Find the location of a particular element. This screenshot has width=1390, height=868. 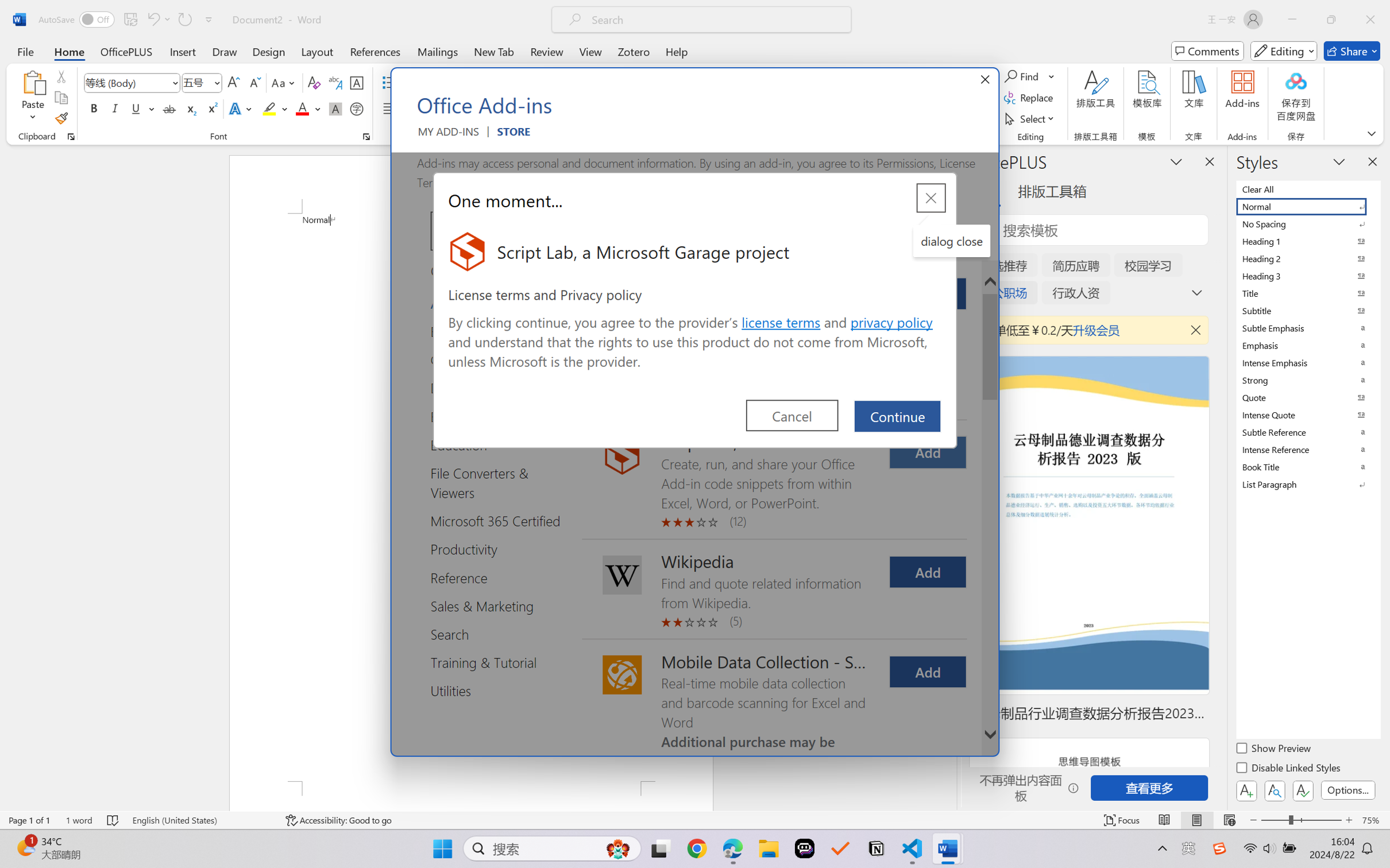

'Save' is located at coordinates (130, 19).